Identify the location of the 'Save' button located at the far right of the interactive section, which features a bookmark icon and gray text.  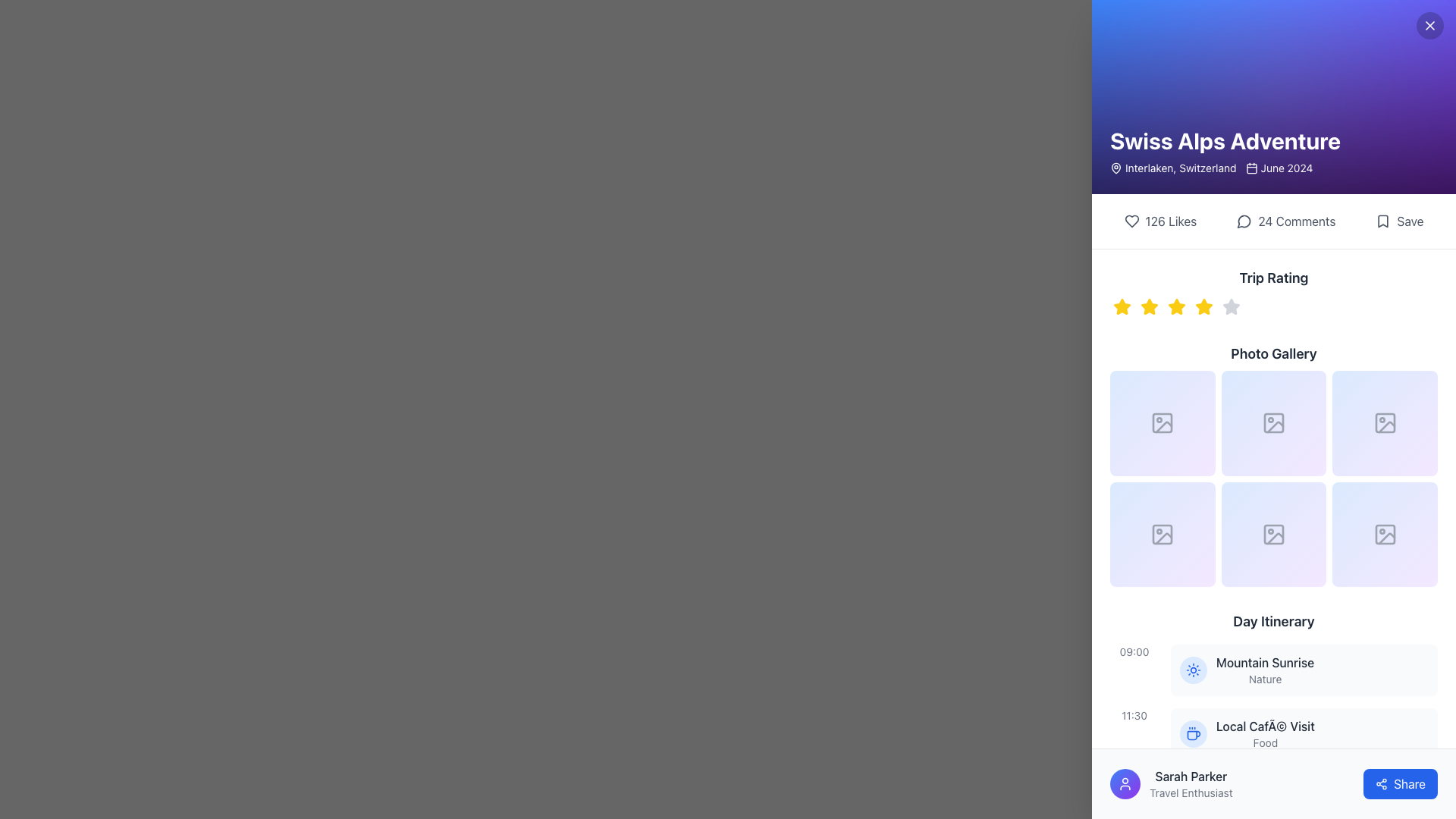
(1398, 221).